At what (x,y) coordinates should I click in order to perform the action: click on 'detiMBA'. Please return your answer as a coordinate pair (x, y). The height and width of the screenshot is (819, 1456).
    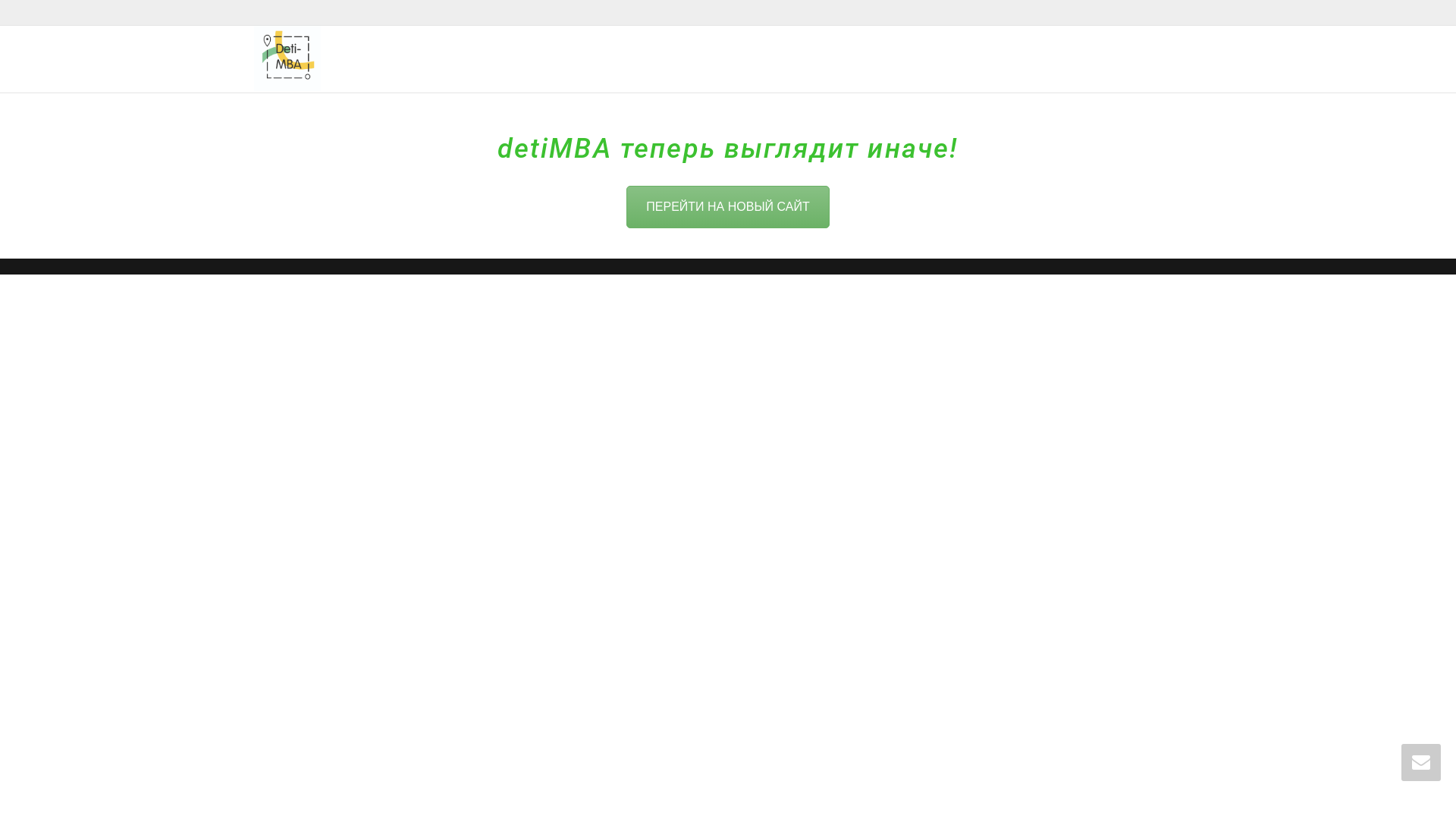
    Looking at the image, I should click on (287, 57).